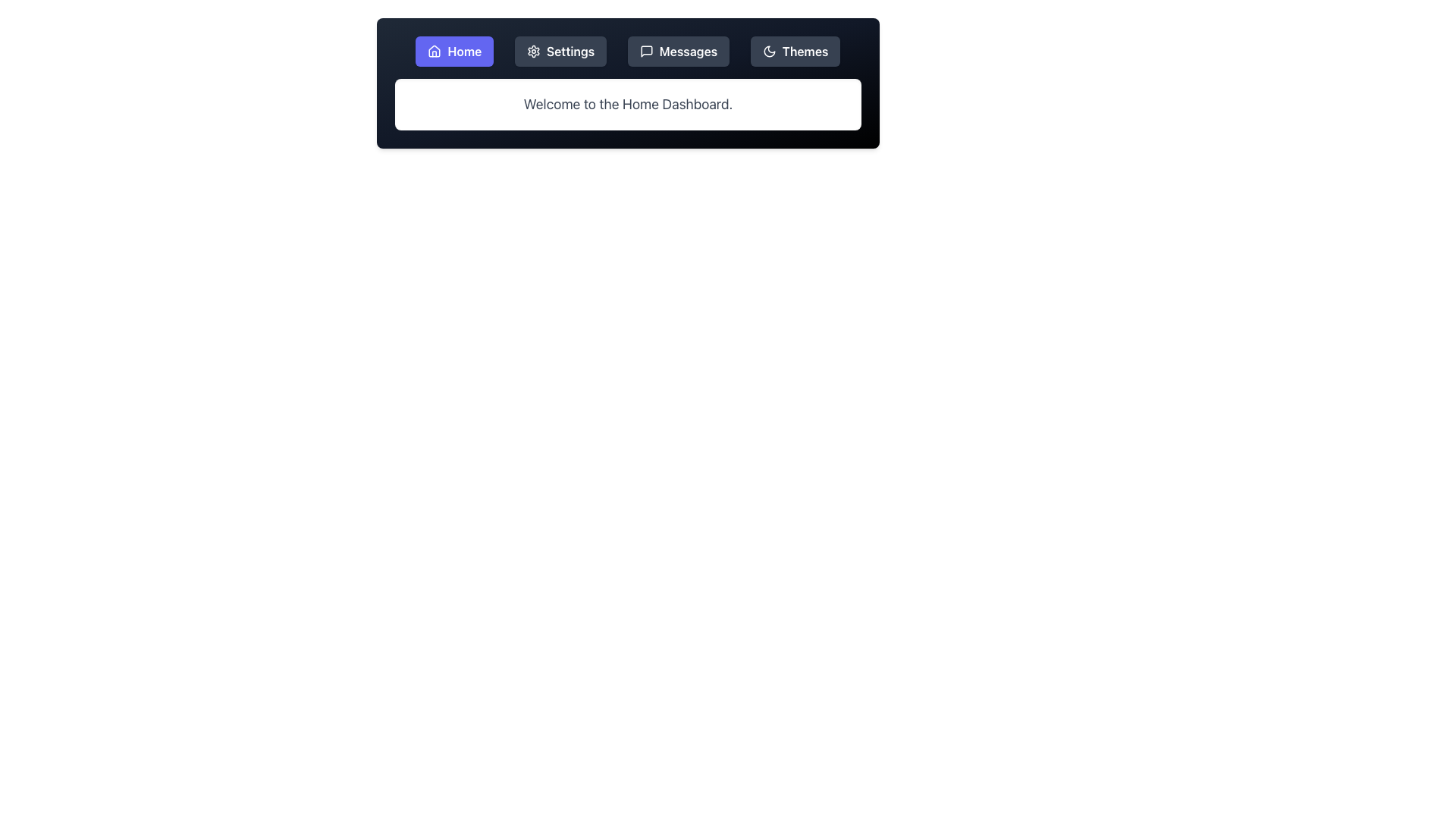 This screenshot has width=1456, height=819. I want to click on the 'Messages' button, which is the third button in a horizontal row of navigation buttons, to change its styling, so click(677, 51).